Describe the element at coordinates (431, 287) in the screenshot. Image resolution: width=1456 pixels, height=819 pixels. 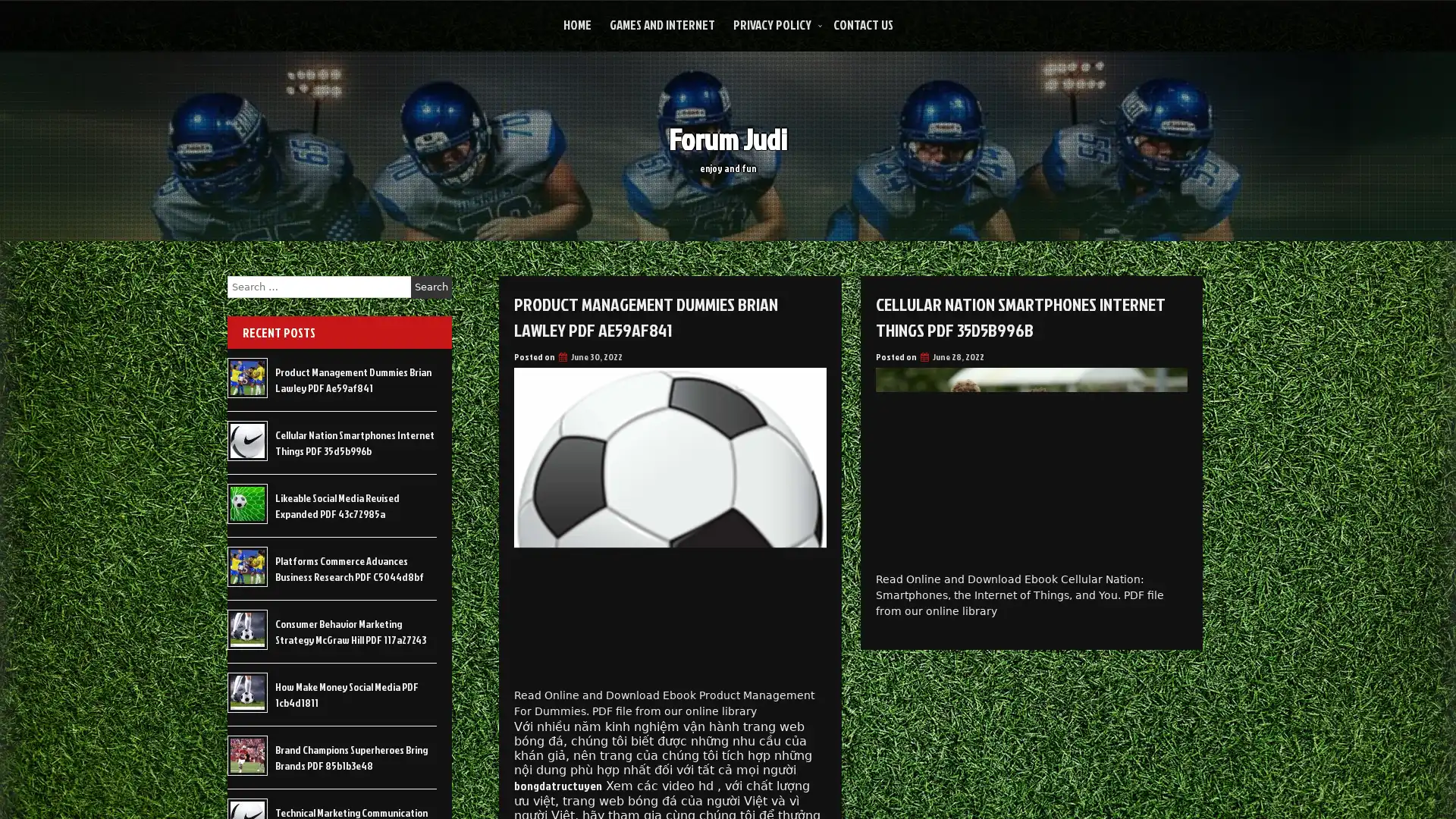
I see `Search` at that location.